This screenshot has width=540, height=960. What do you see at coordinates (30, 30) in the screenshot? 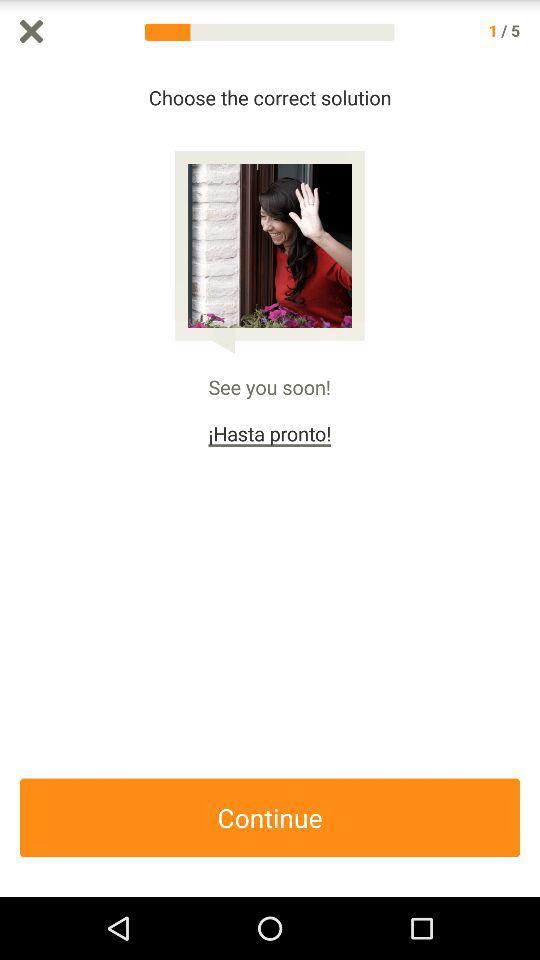
I see `page option` at bounding box center [30, 30].